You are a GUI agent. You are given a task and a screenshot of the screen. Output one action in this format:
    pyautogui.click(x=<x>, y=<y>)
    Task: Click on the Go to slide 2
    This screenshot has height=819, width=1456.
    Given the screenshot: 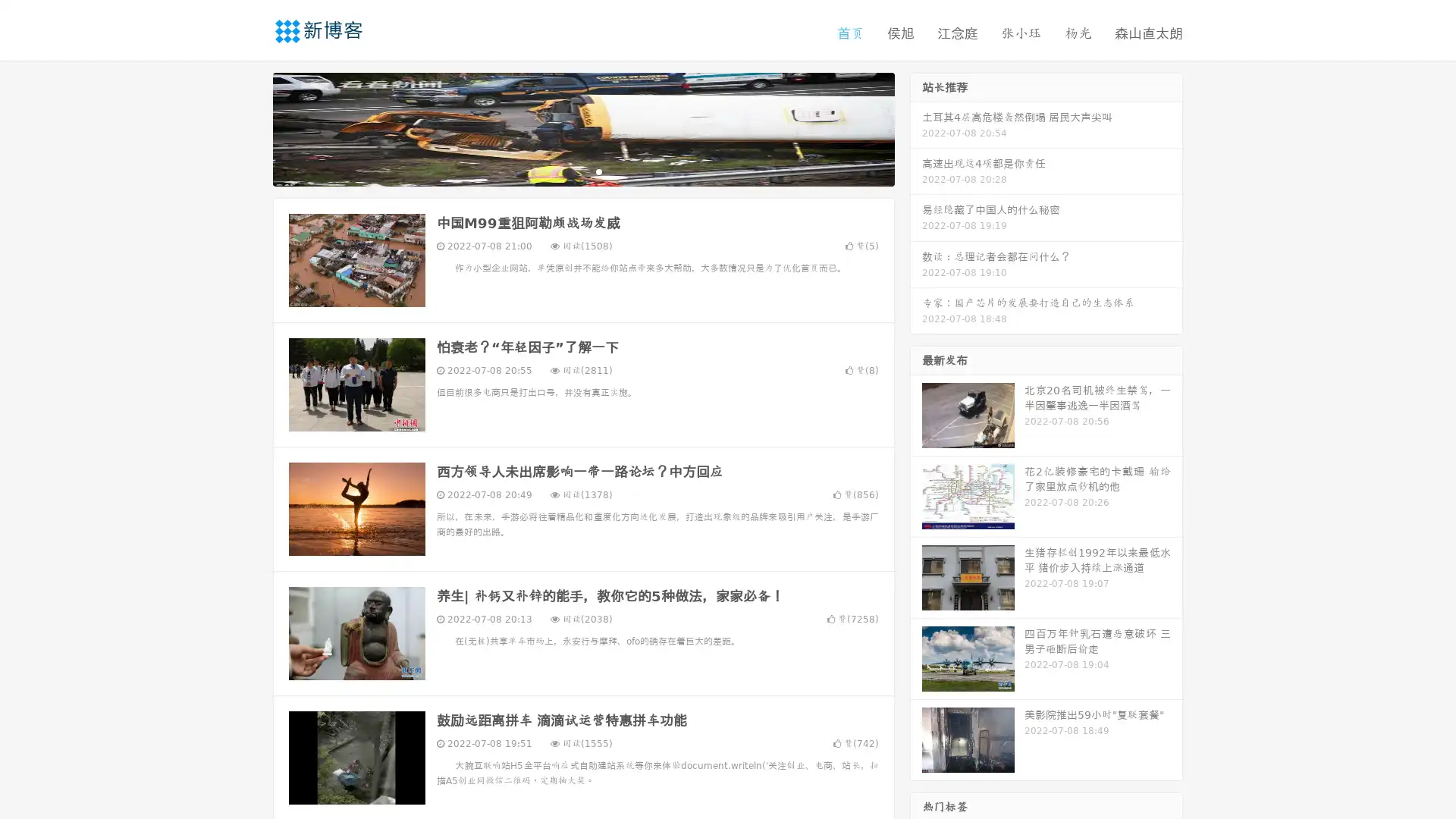 What is the action you would take?
    pyautogui.click(x=582, y=171)
    